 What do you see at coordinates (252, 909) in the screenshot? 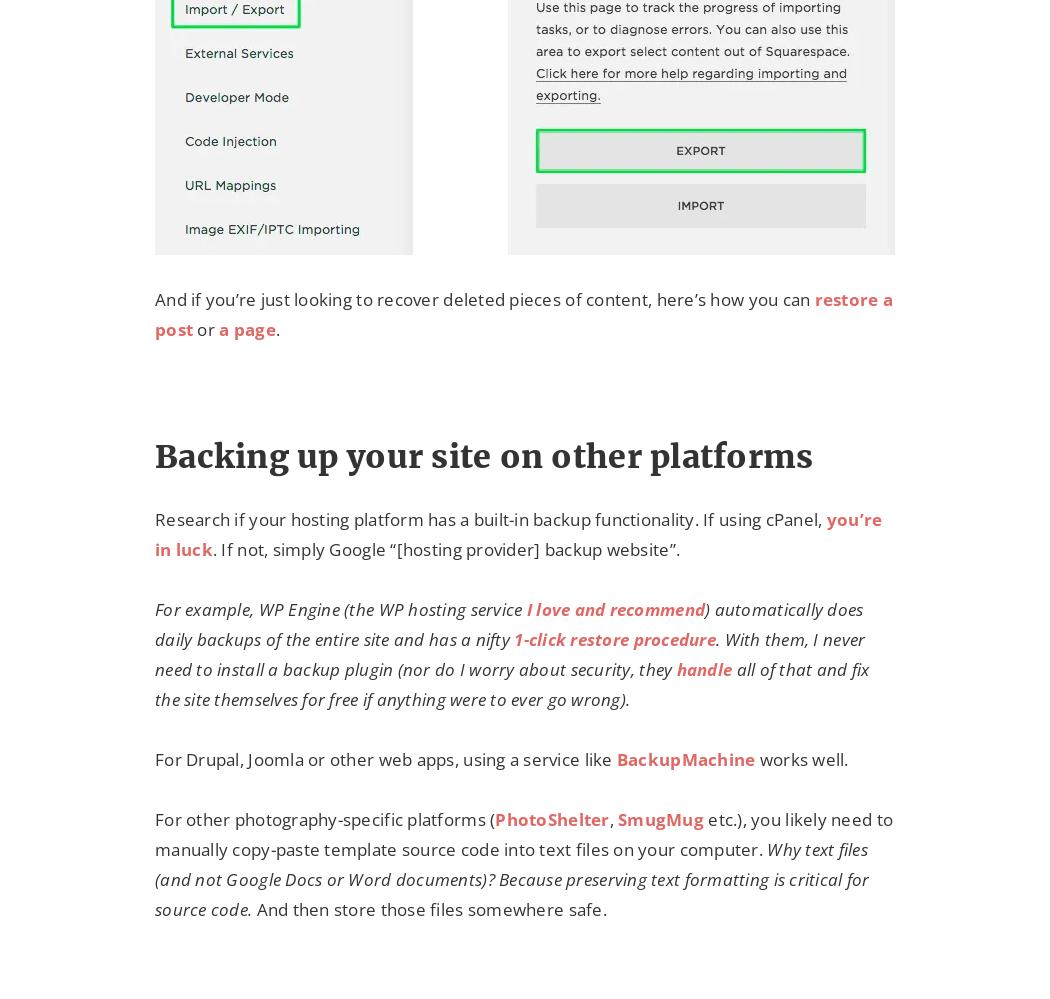
I see `'And then store those files somewhere safe.'` at bounding box center [252, 909].